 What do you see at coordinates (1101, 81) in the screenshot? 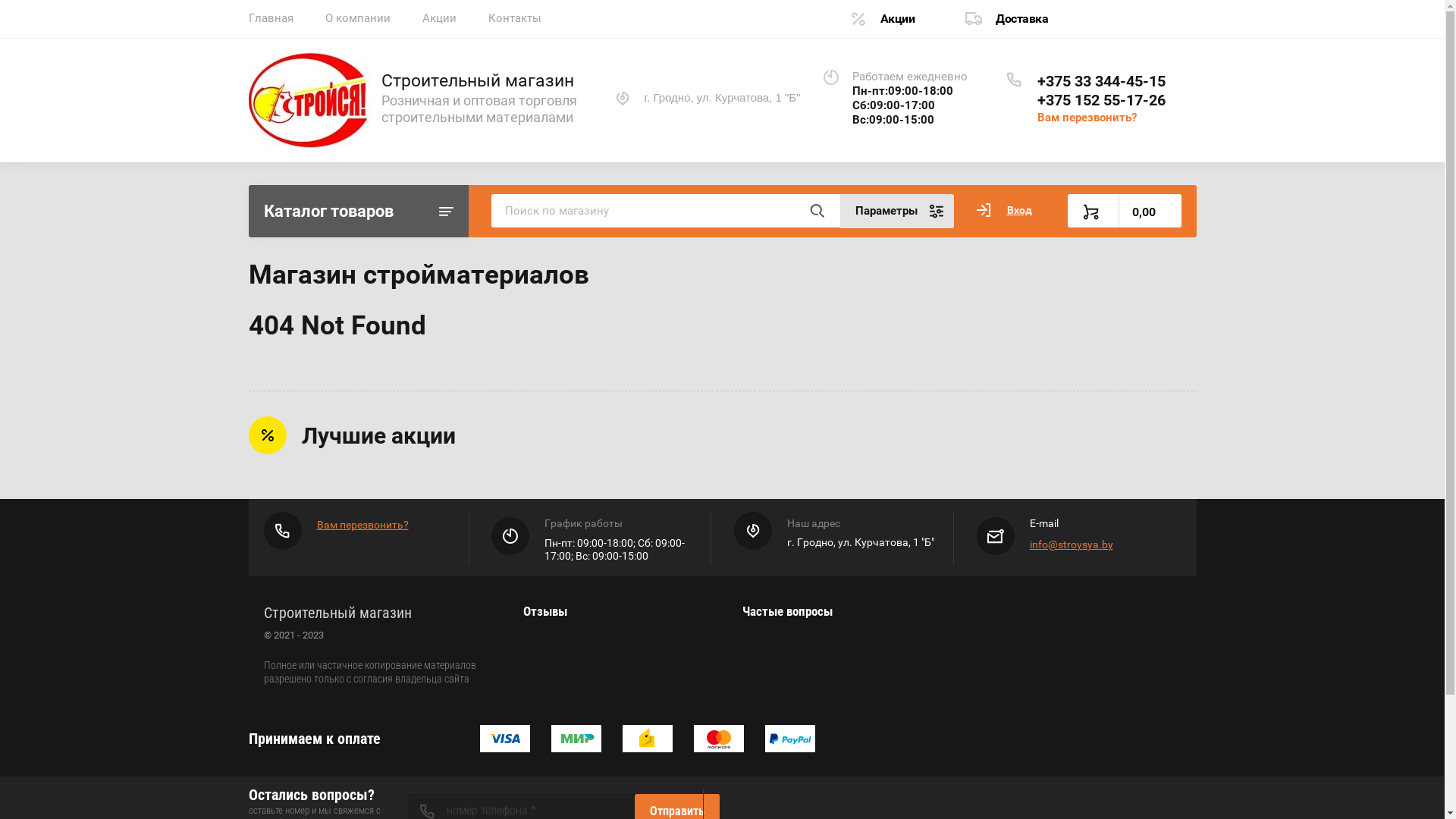
I see `'+375 33 344-45-15'` at bounding box center [1101, 81].